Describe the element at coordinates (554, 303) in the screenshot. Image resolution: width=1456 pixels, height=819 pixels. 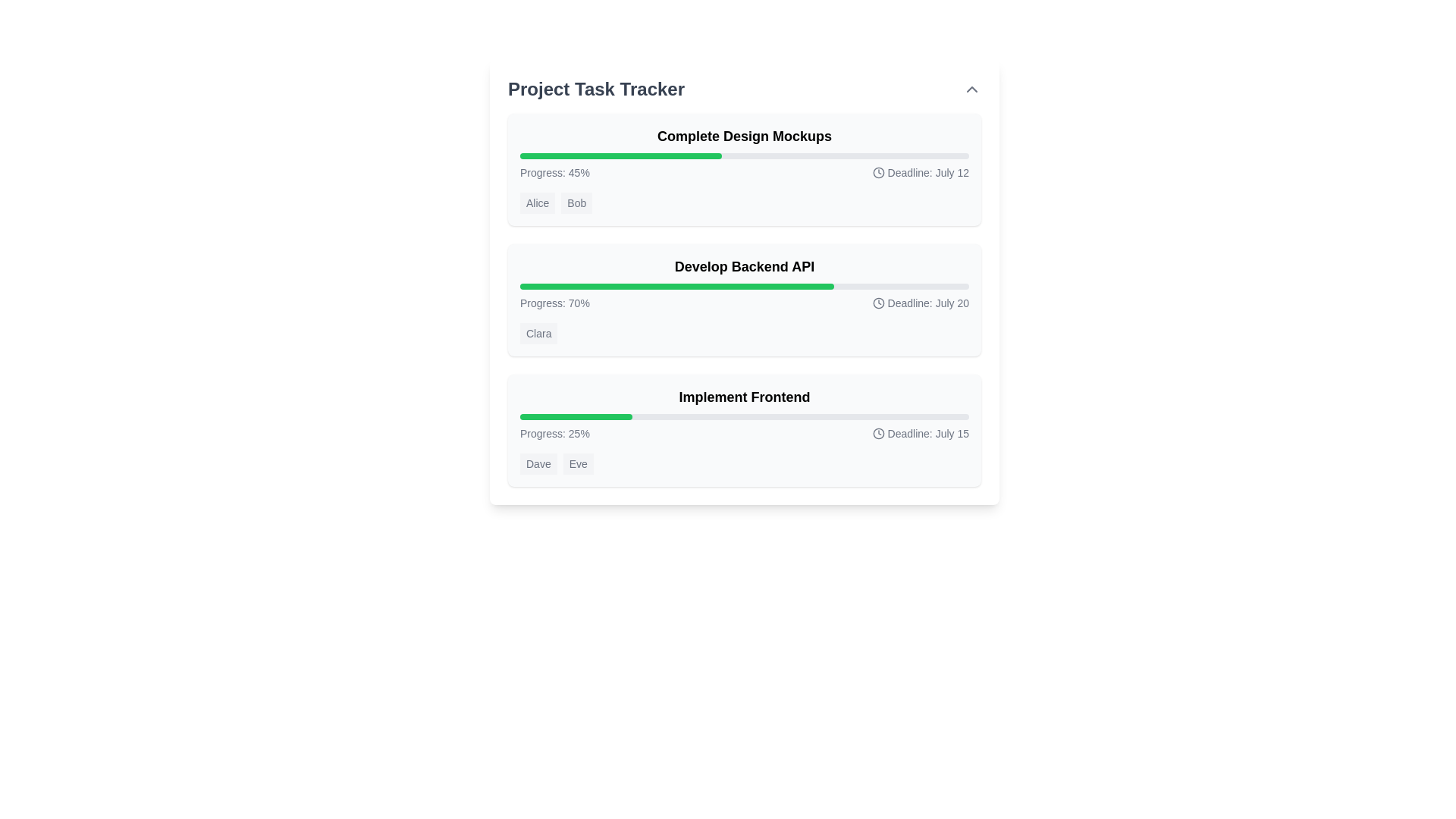
I see `text displayed on the 'Progress: 70%' label located in the 'Develop Backend API' task card, specifically in the progress and deadline section` at that location.